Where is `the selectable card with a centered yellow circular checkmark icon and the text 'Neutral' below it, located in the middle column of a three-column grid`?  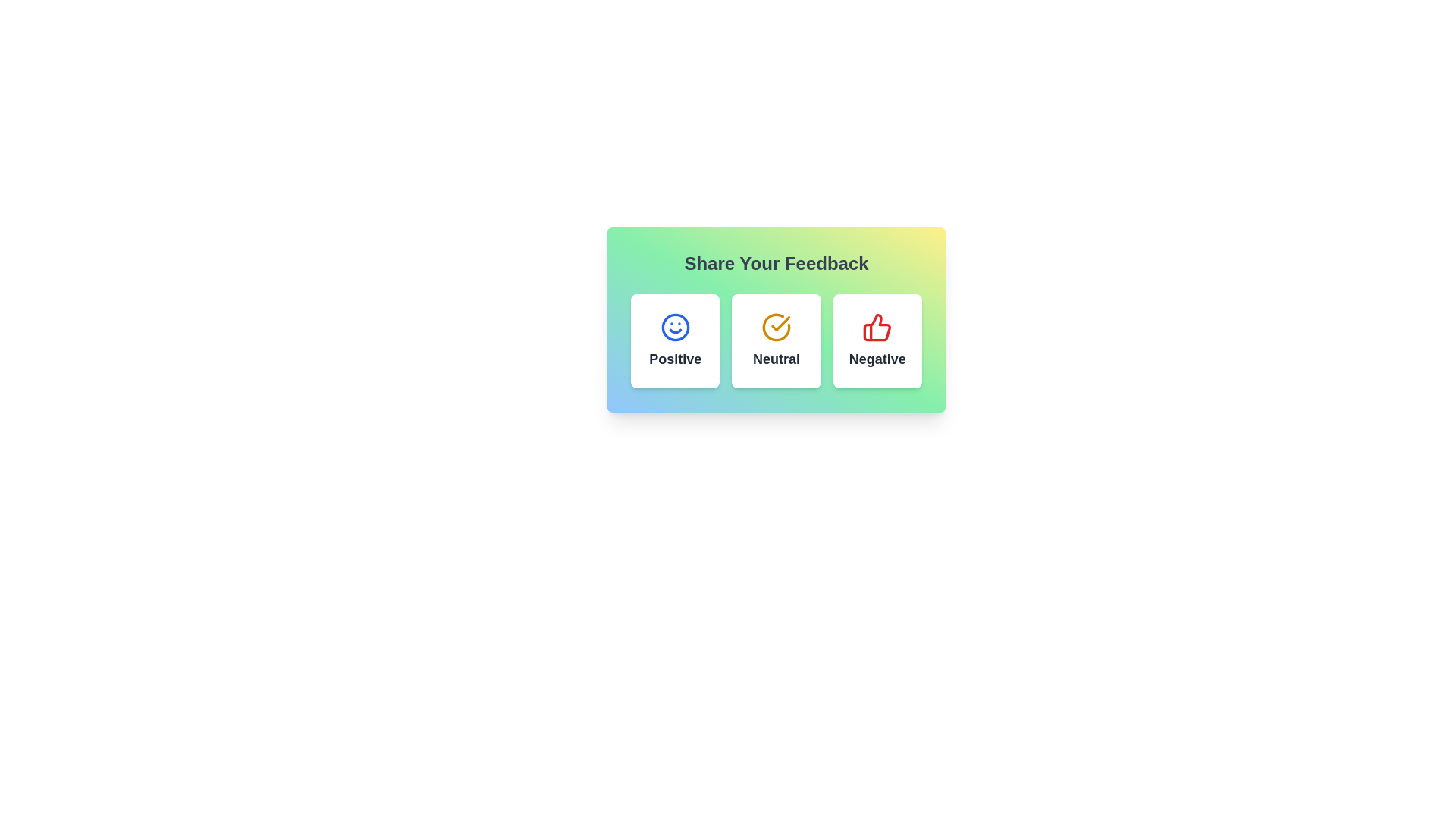
the selectable card with a centered yellow circular checkmark icon and the text 'Neutral' below it, located in the middle column of a three-column grid is located at coordinates (776, 341).